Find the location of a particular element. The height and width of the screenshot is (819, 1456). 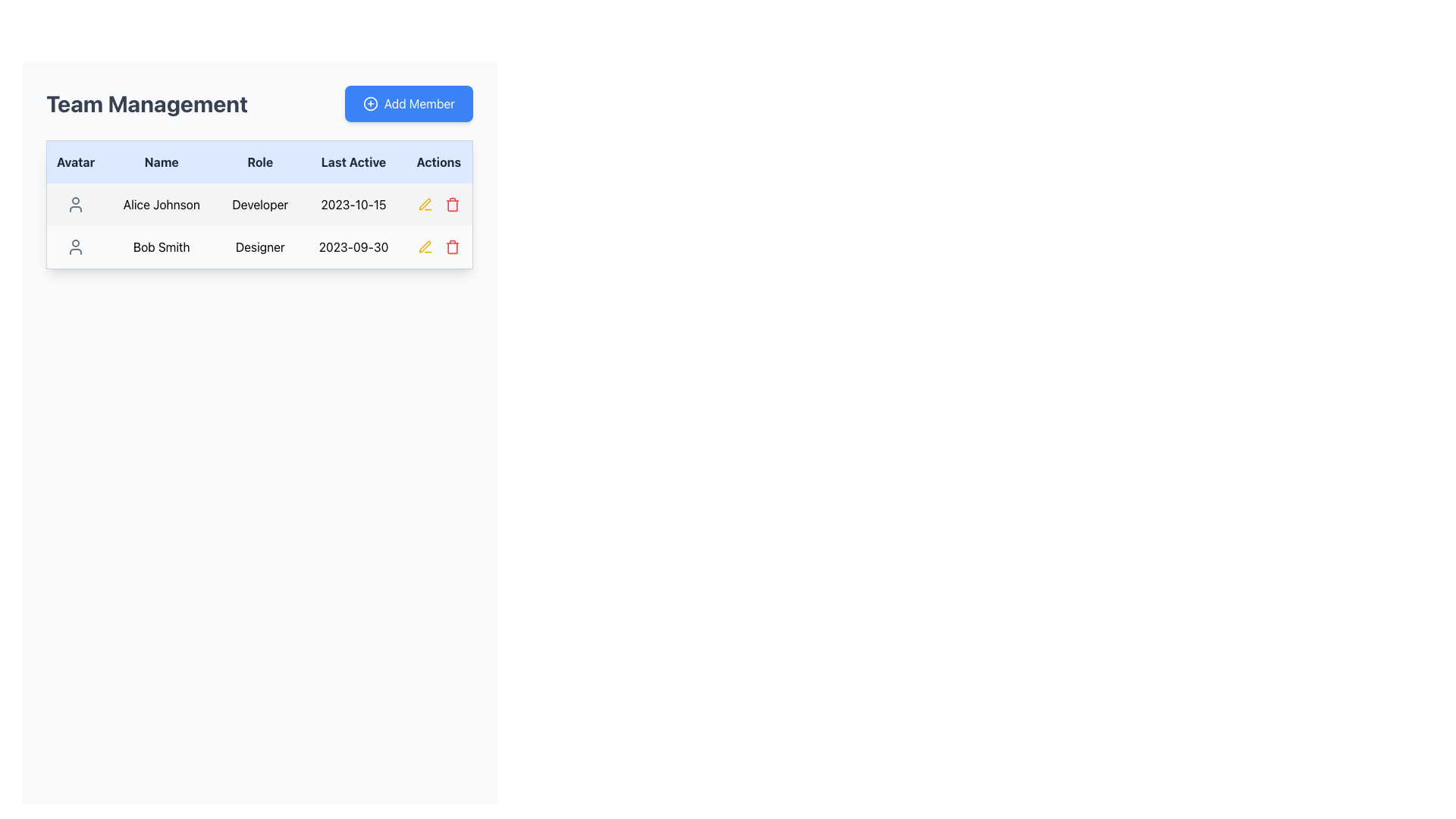

the avatar icon representing user Bob Smith located in the 'Avatar' column of the second row in the 'Team Management' table is located at coordinates (75, 246).